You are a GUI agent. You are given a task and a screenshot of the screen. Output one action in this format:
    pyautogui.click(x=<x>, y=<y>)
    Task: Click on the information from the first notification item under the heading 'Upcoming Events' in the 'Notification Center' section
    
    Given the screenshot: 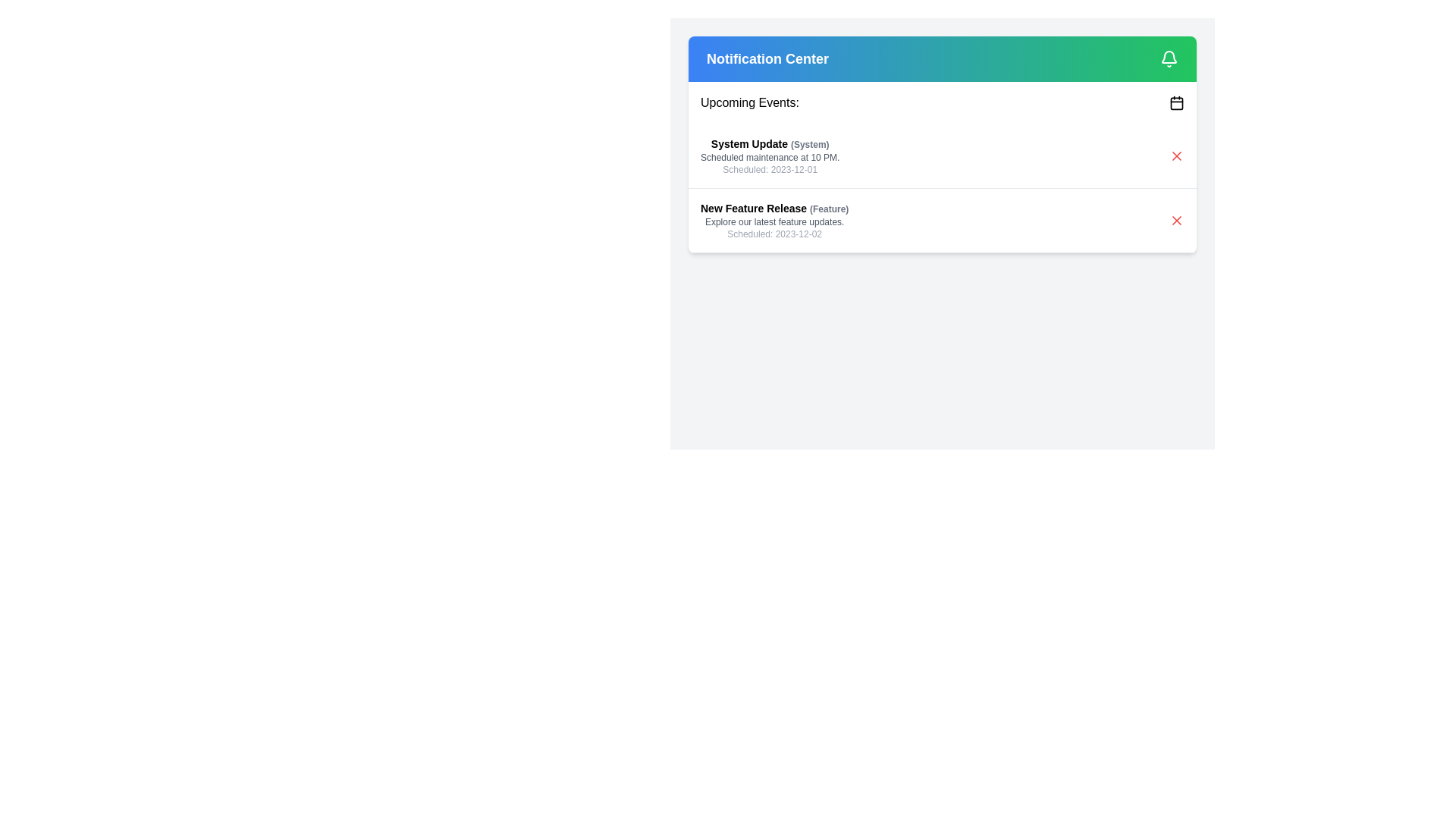 What is the action you would take?
    pyautogui.click(x=770, y=155)
    